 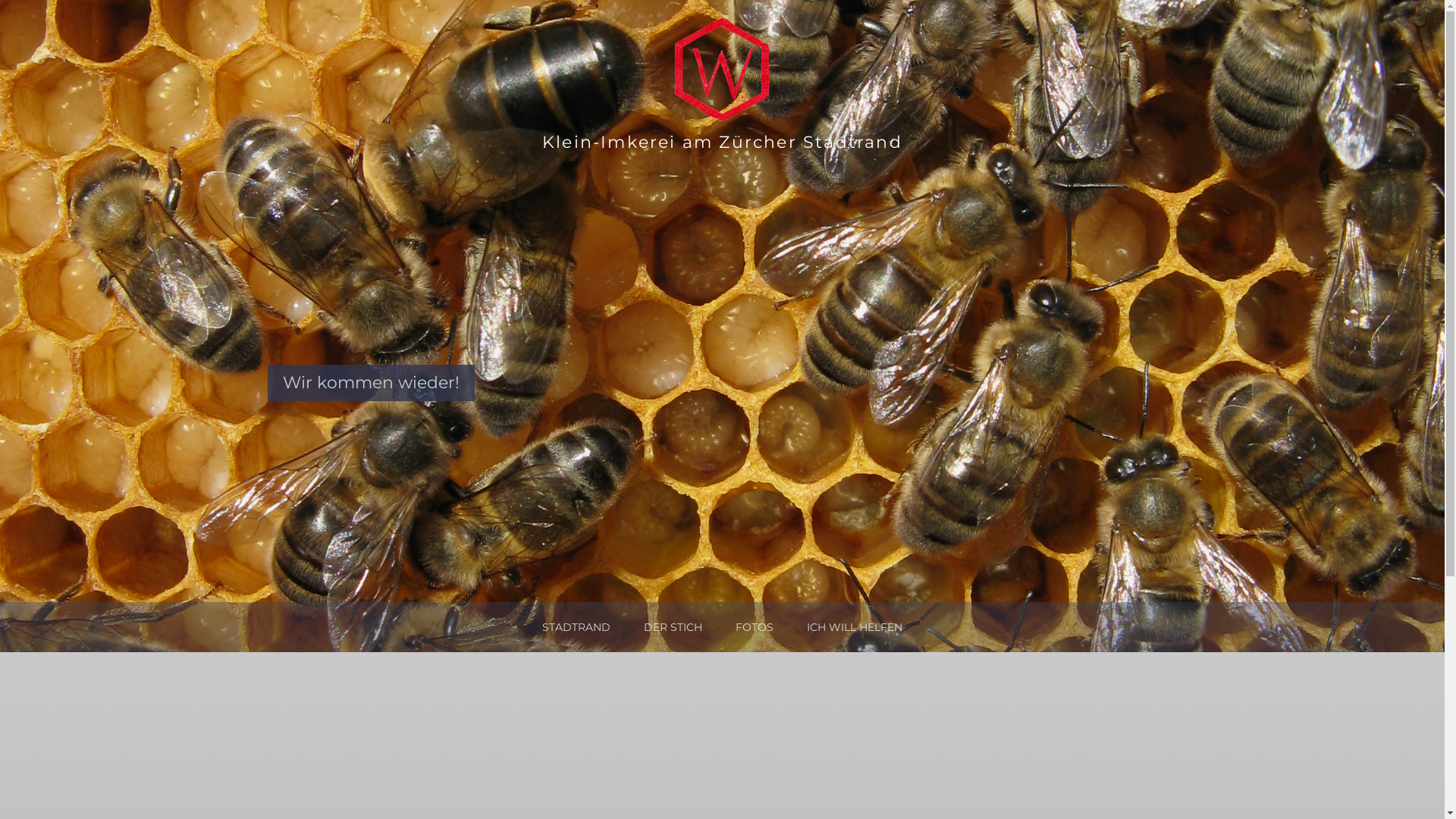 I want to click on 'Wir kommen wieder!', so click(x=370, y=381).